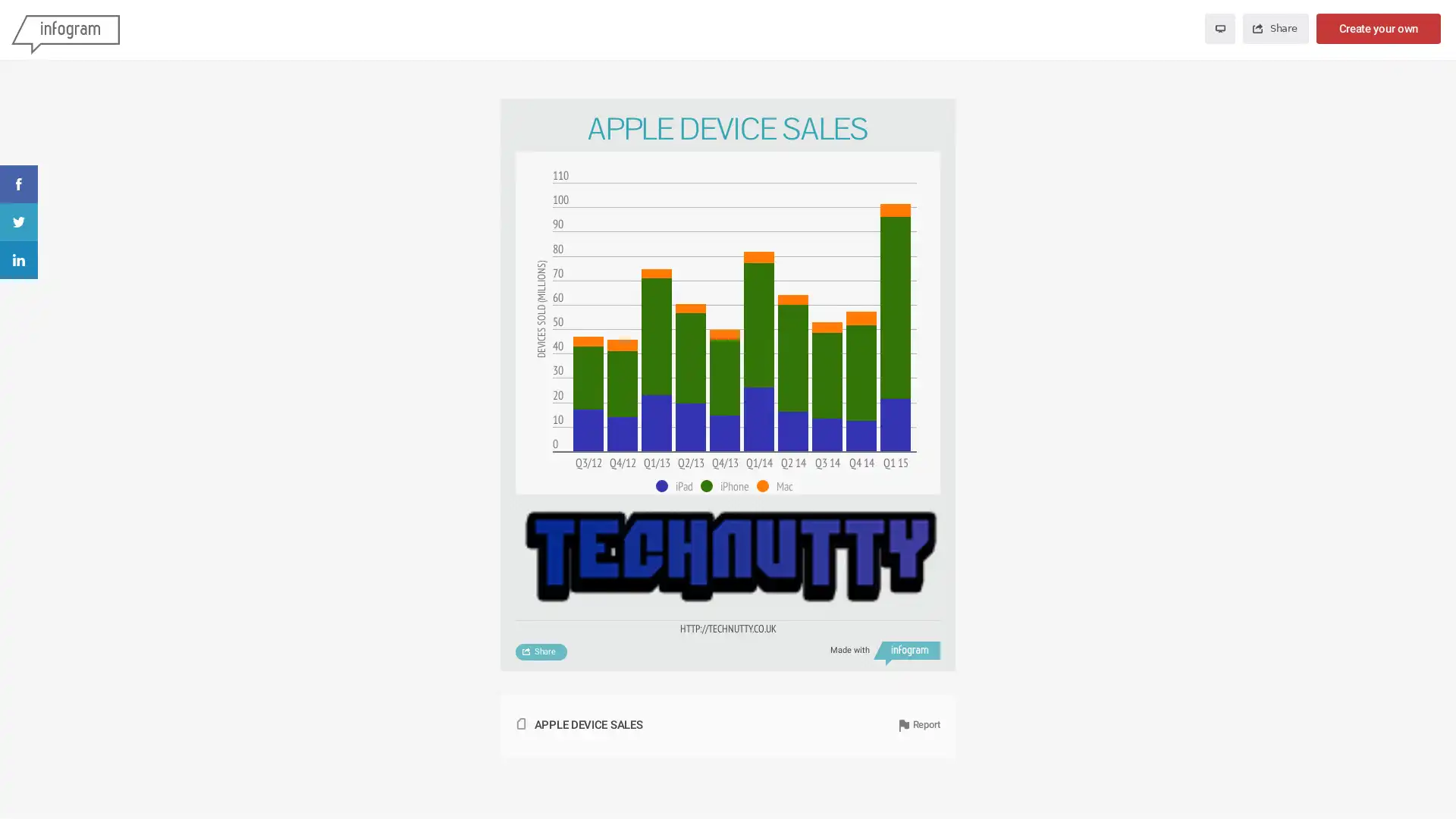 The width and height of the screenshot is (1456, 819). What do you see at coordinates (1219, 29) in the screenshot?
I see `Enter fullscreen` at bounding box center [1219, 29].